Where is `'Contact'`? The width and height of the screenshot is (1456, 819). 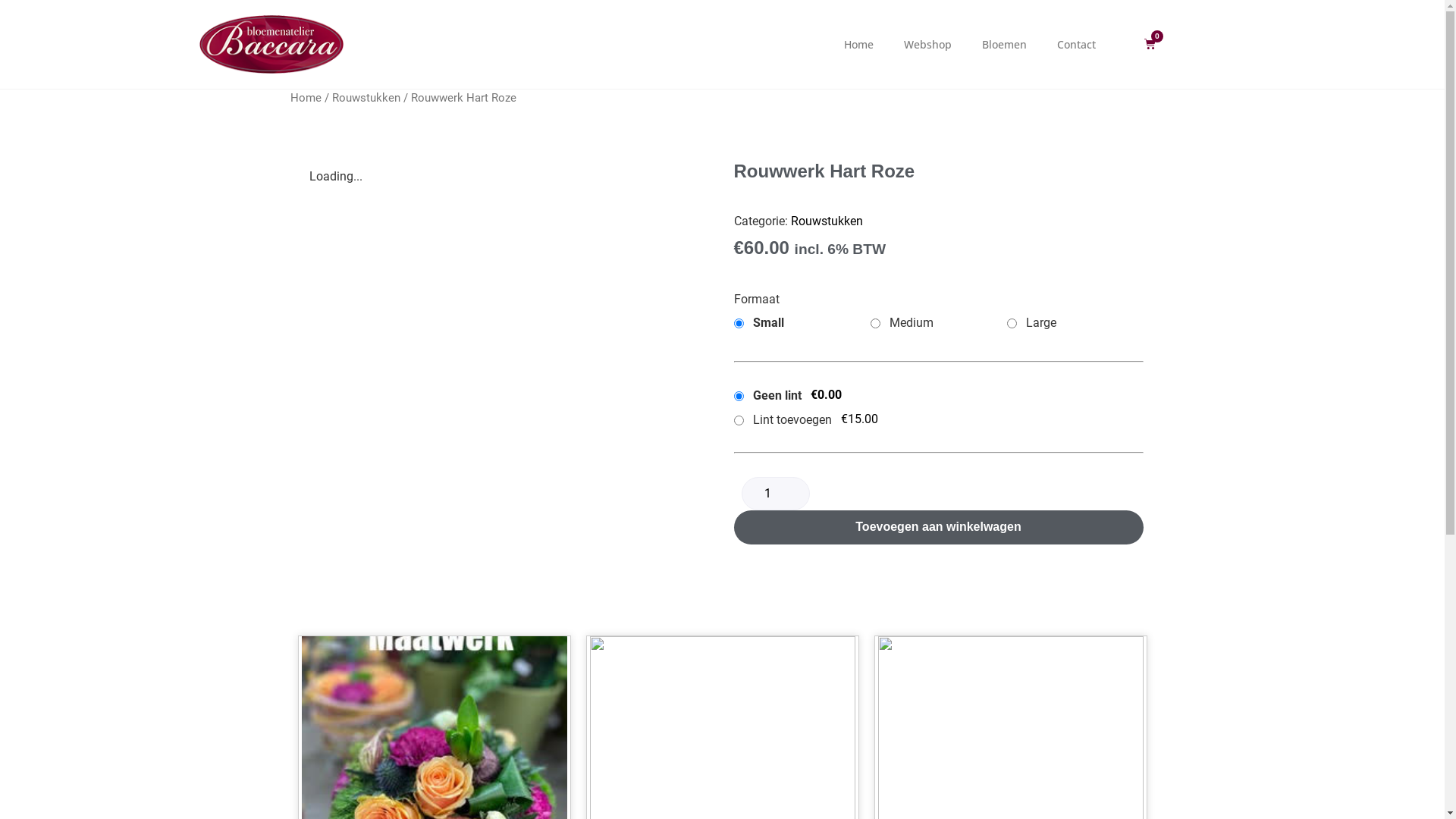 'Contact' is located at coordinates (1075, 43).